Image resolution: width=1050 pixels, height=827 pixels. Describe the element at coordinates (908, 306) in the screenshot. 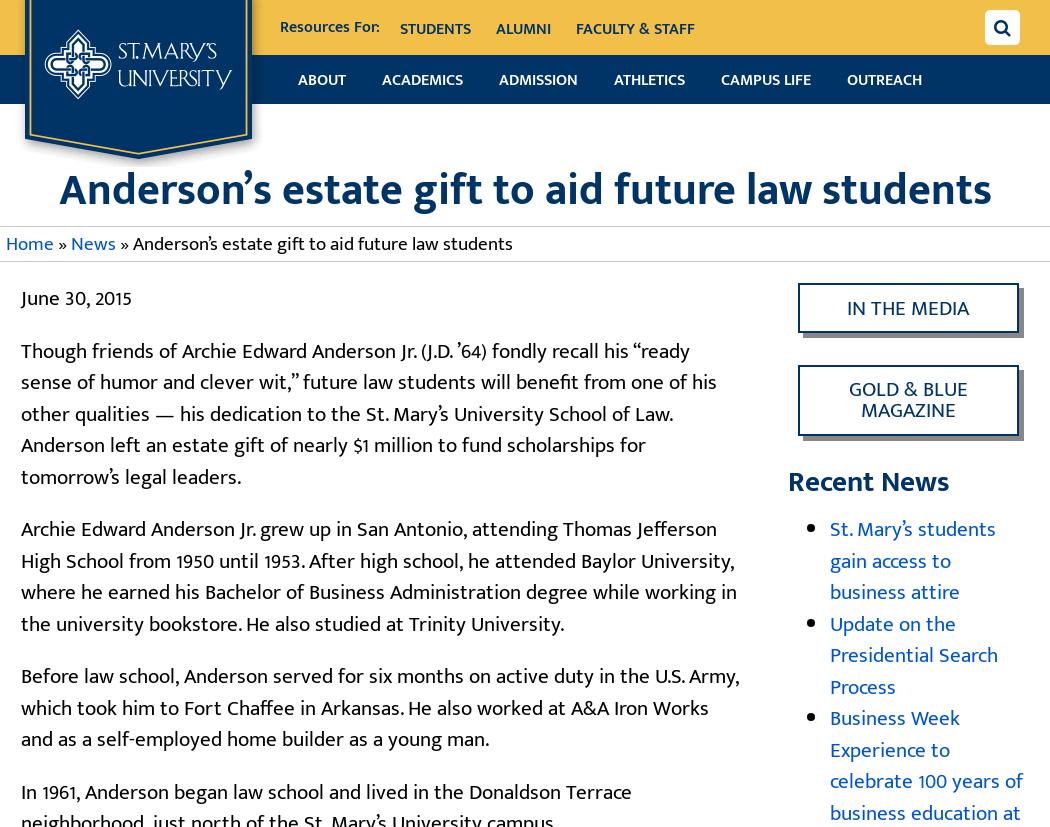

I see `'In the Media'` at that location.